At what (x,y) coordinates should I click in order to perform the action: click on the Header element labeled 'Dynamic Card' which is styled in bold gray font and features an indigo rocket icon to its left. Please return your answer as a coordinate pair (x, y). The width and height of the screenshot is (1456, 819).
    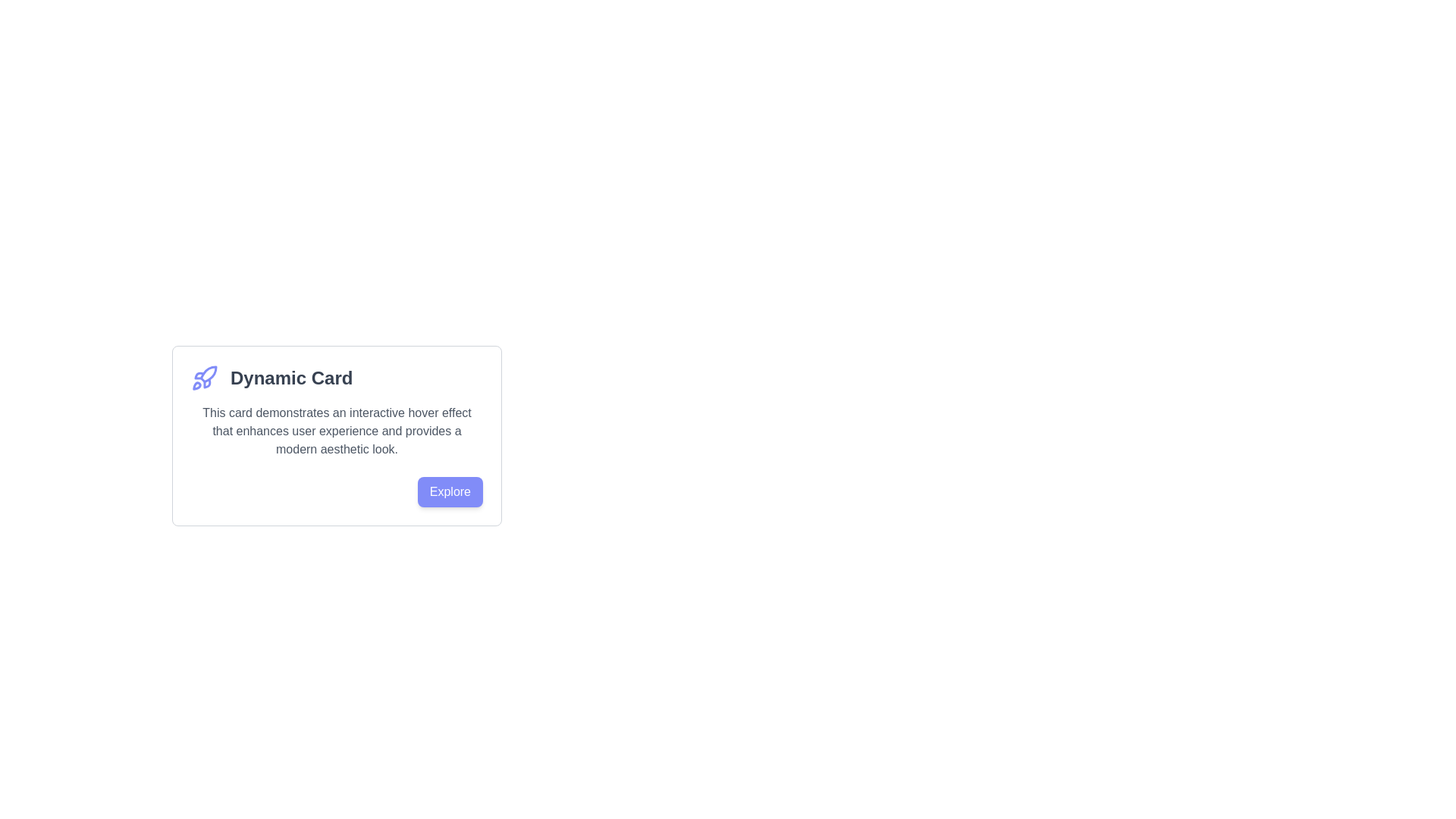
    Looking at the image, I should click on (336, 377).